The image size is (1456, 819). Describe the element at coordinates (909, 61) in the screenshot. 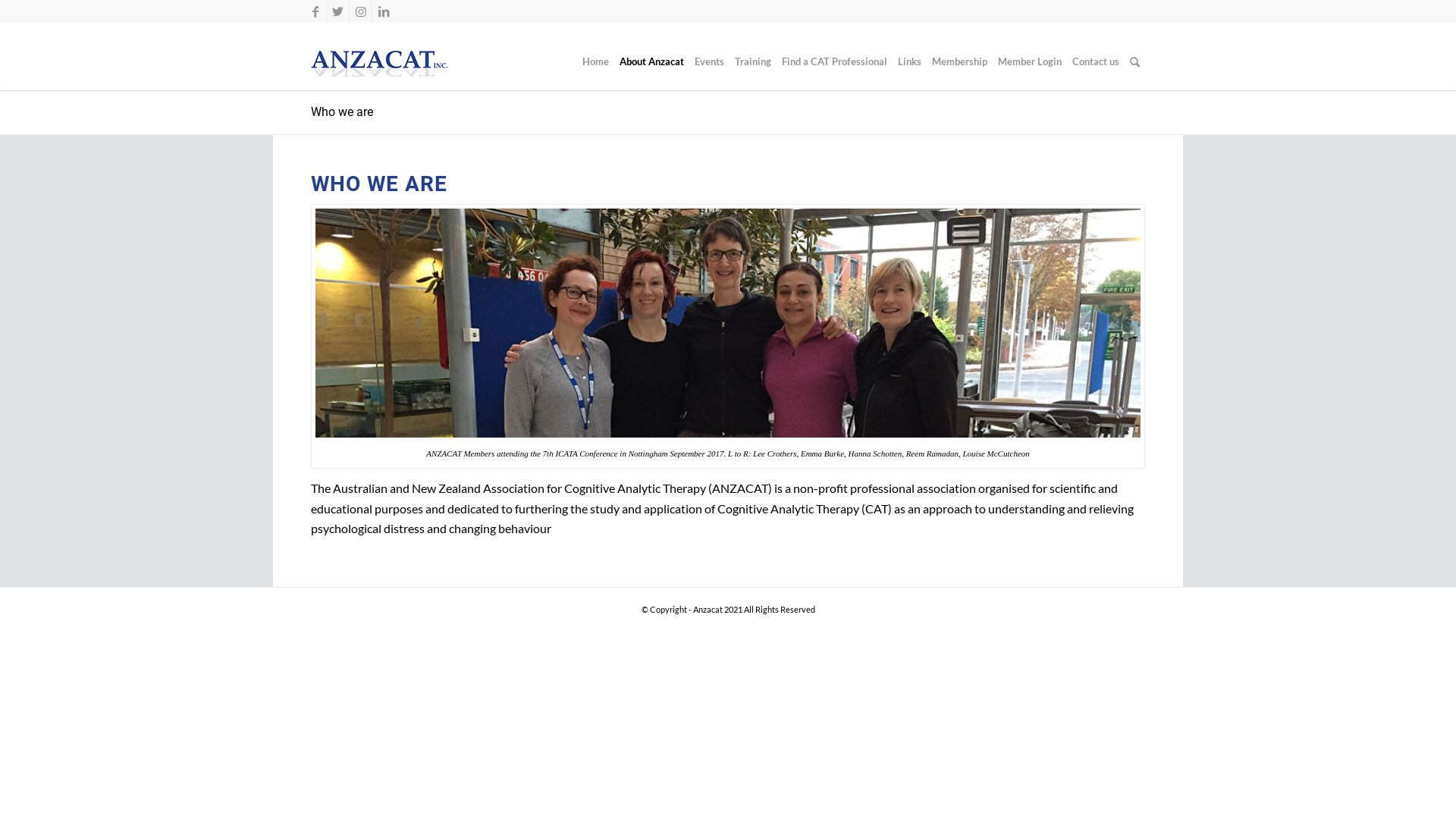

I see `'Links'` at that location.